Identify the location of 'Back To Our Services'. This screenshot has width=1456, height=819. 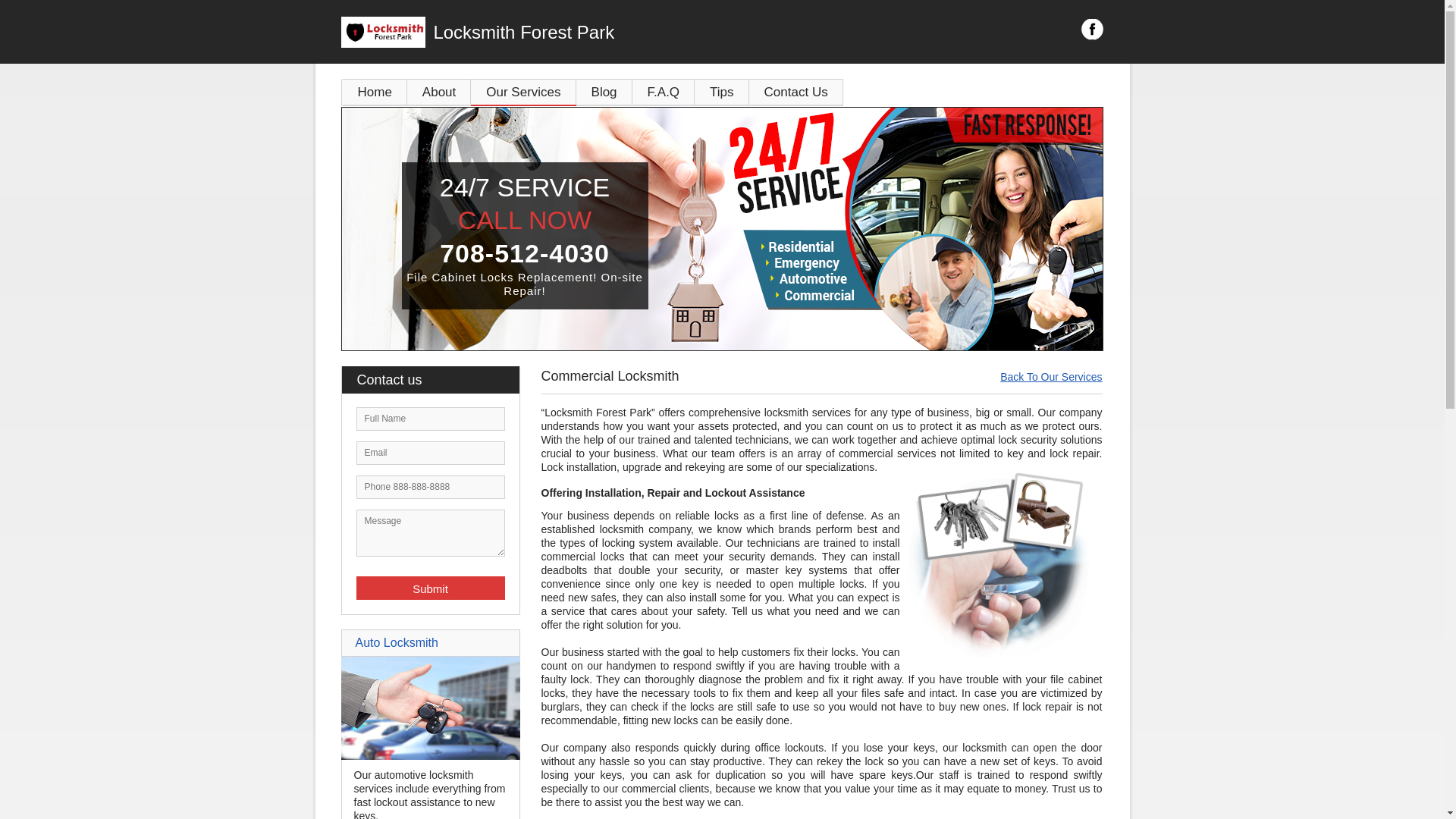
(1000, 376).